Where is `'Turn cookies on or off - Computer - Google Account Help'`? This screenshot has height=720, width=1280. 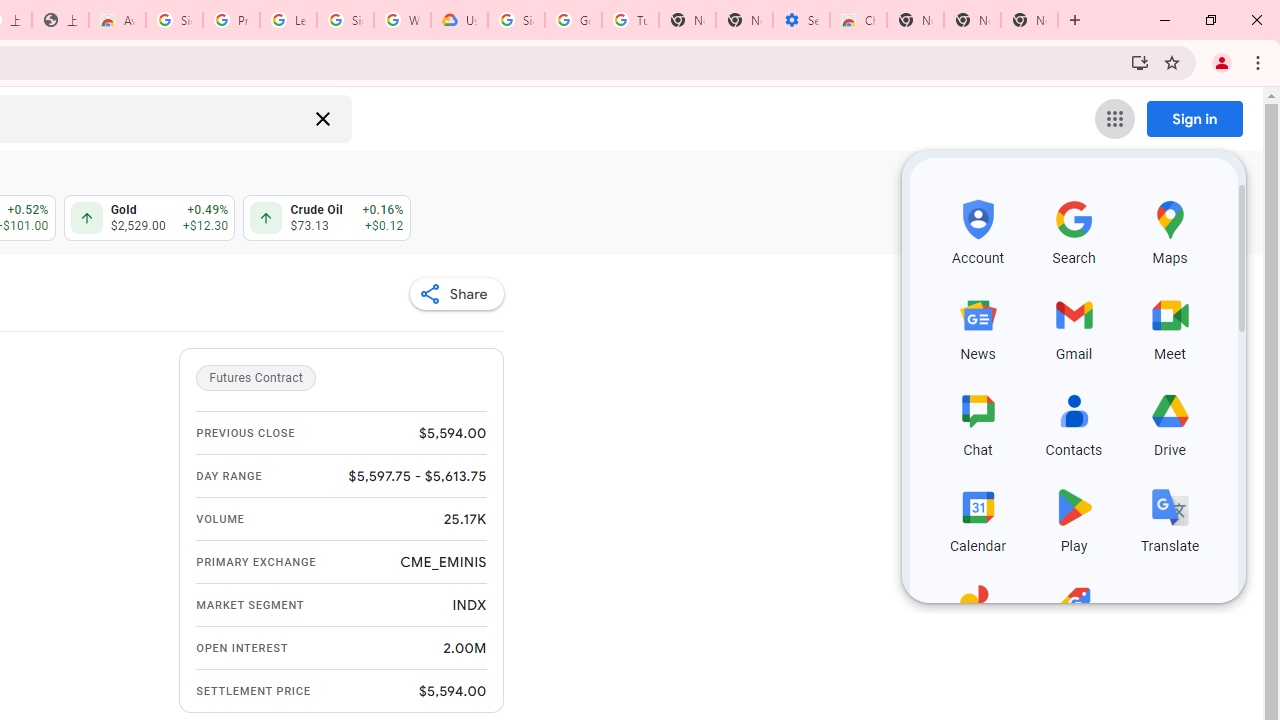 'Turn cookies on or off - Computer - Google Account Help' is located at coordinates (629, 20).